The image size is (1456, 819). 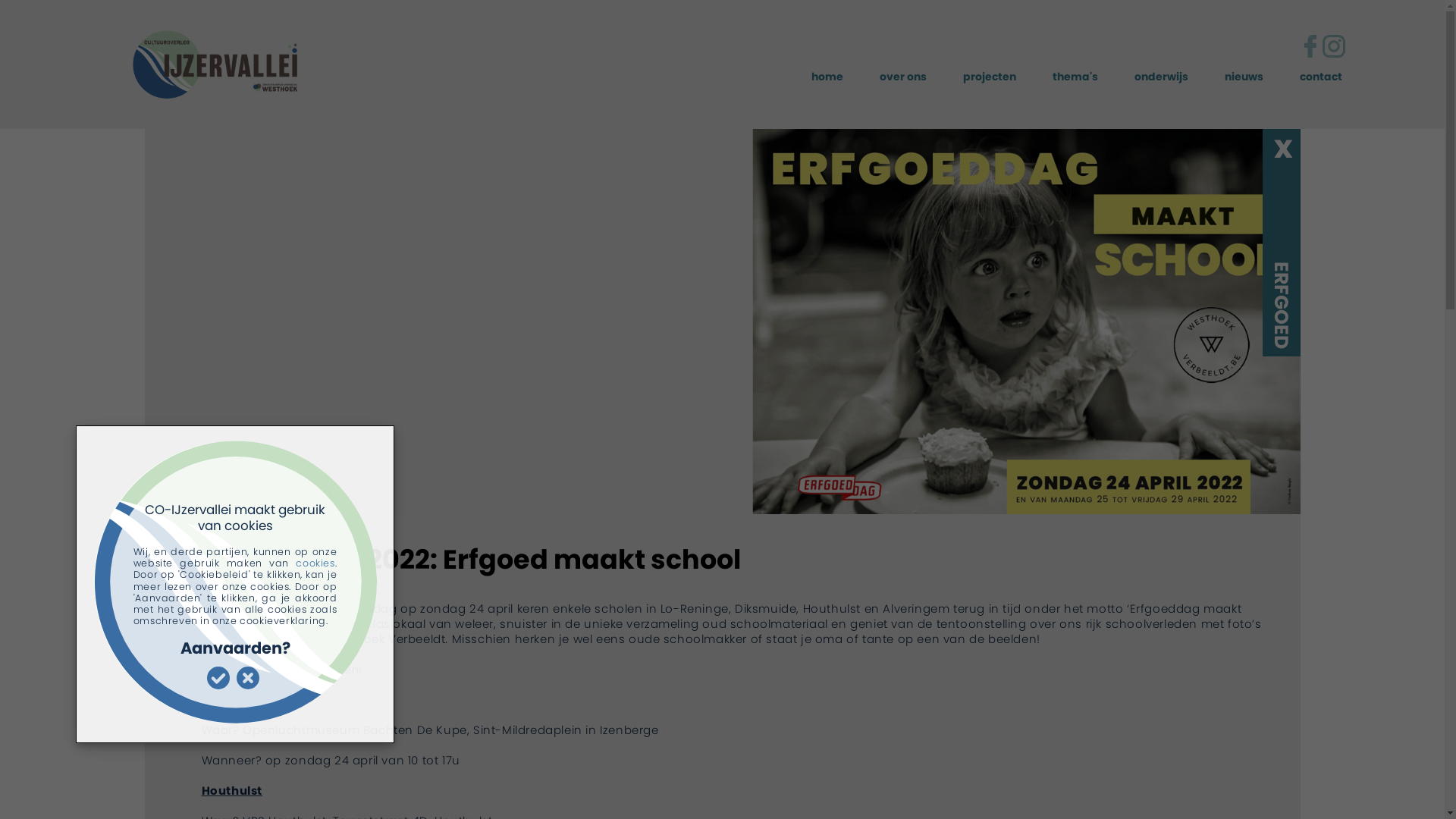 I want to click on 'thema's', so click(x=1074, y=77).